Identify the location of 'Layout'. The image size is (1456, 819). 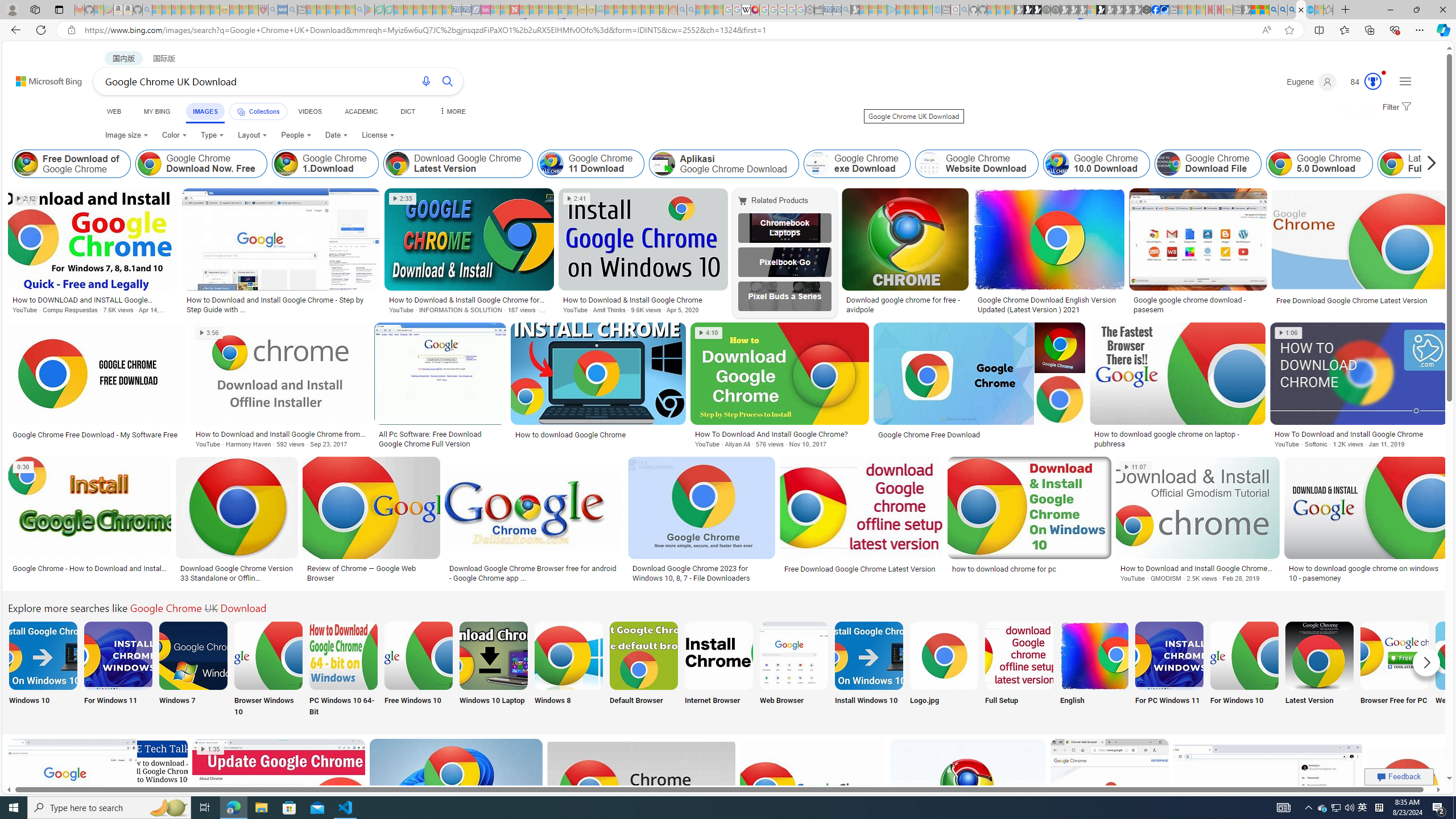
(253, 135).